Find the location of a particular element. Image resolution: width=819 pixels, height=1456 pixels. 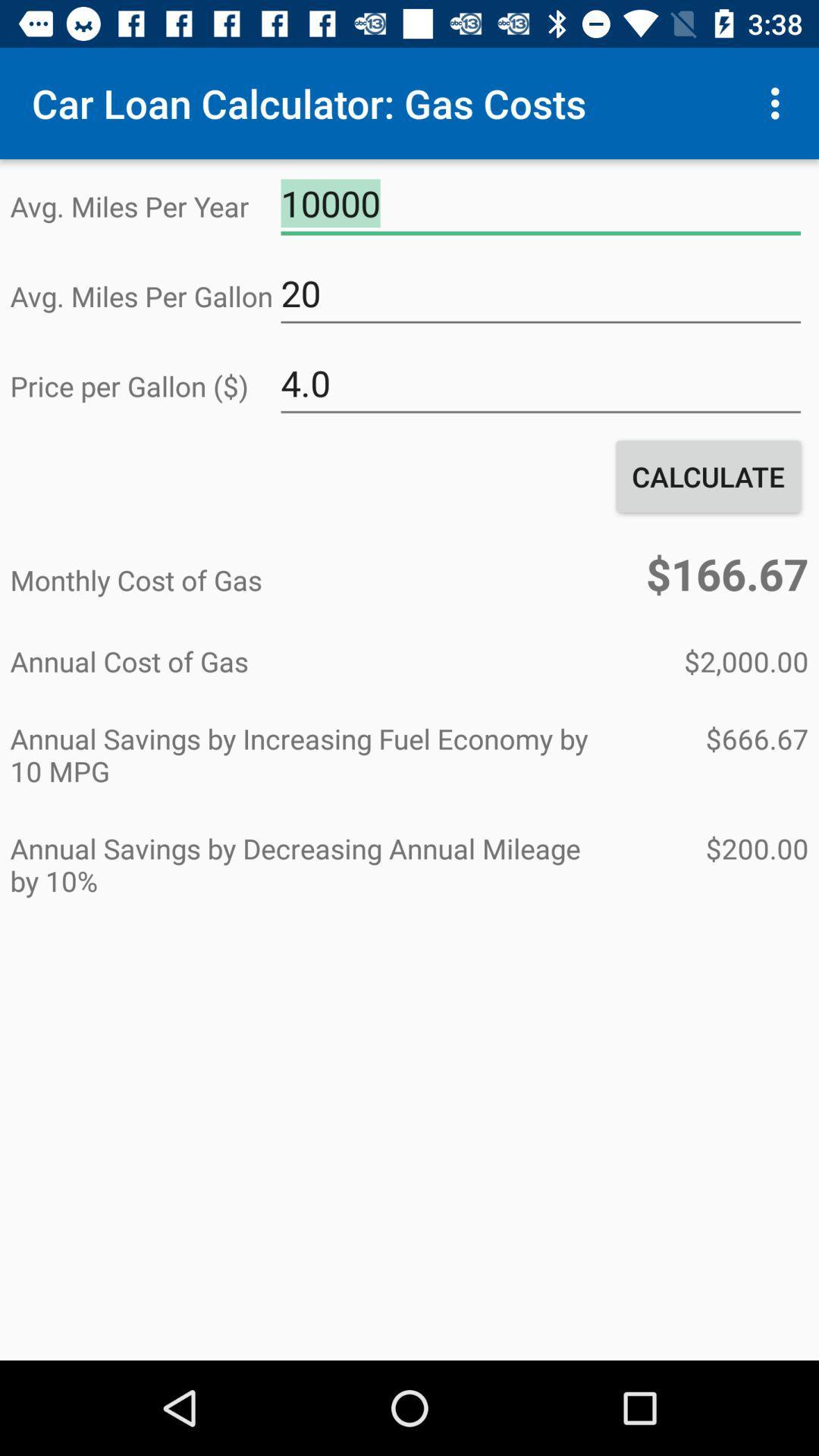

the item above 20 is located at coordinates (540, 203).